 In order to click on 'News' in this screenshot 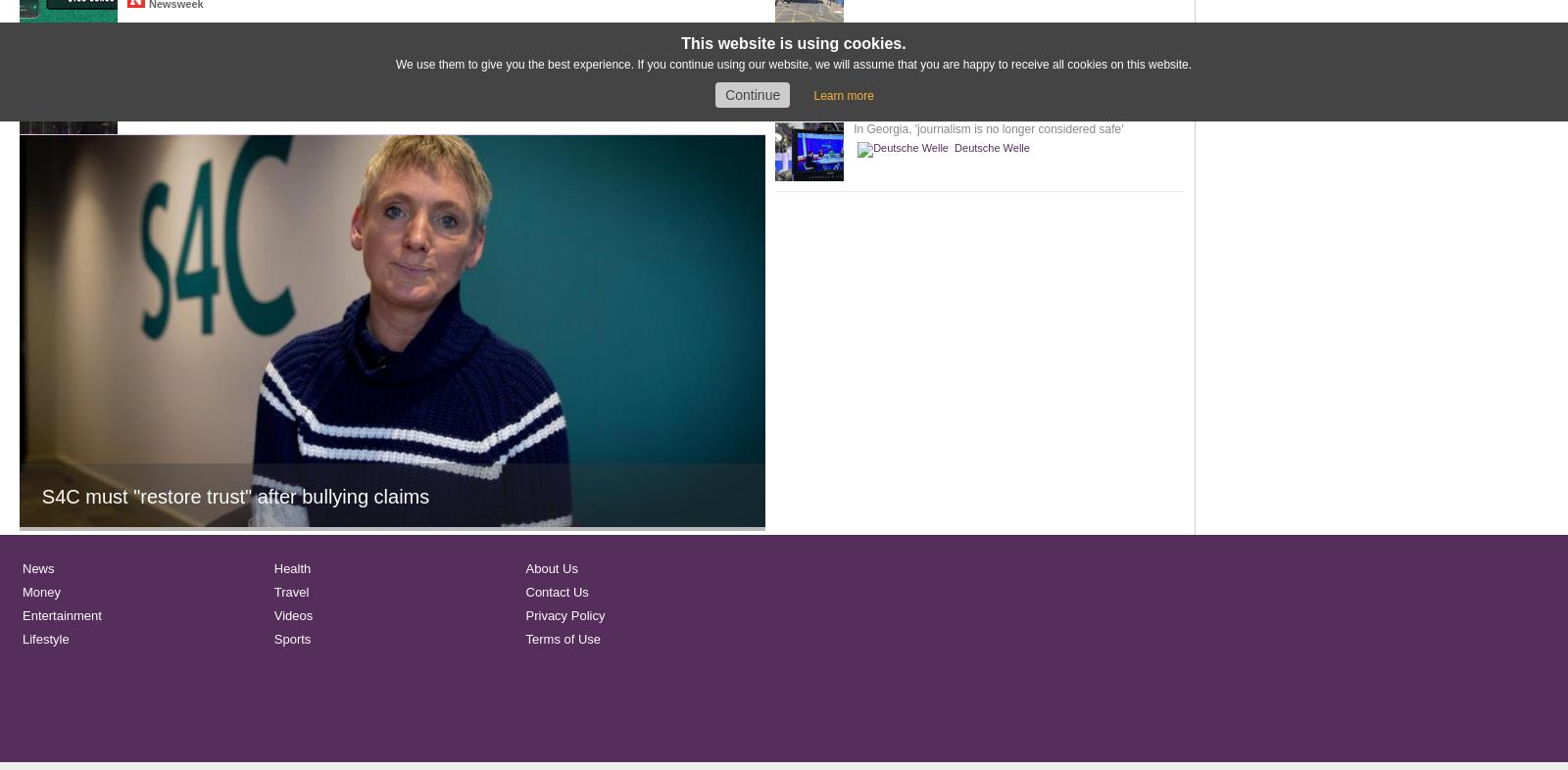, I will do `click(37, 567)`.